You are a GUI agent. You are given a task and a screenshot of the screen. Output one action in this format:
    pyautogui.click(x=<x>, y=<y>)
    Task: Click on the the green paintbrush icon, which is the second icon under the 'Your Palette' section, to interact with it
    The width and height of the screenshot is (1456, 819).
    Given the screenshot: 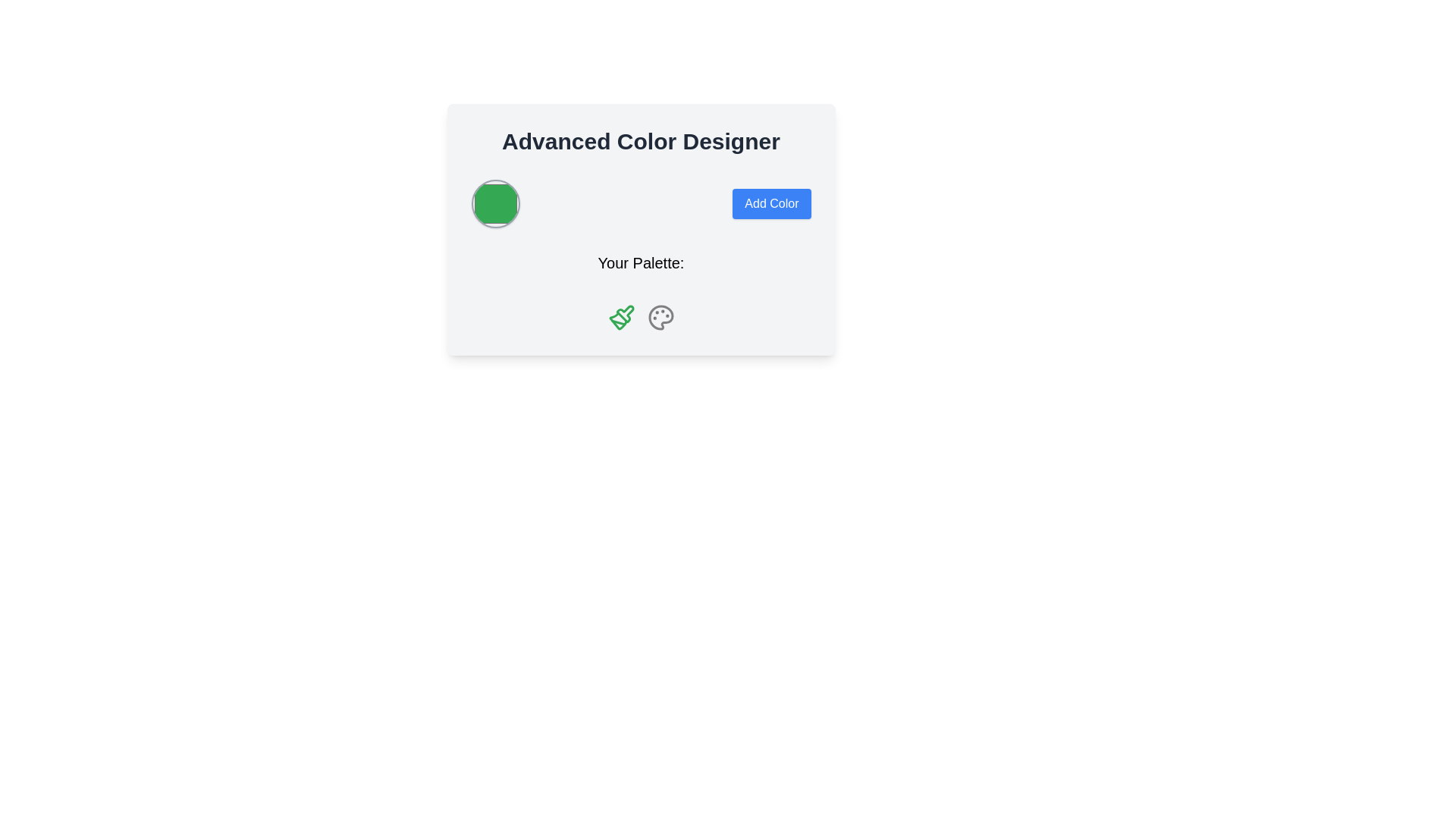 What is the action you would take?
    pyautogui.click(x=625, y=313)
    